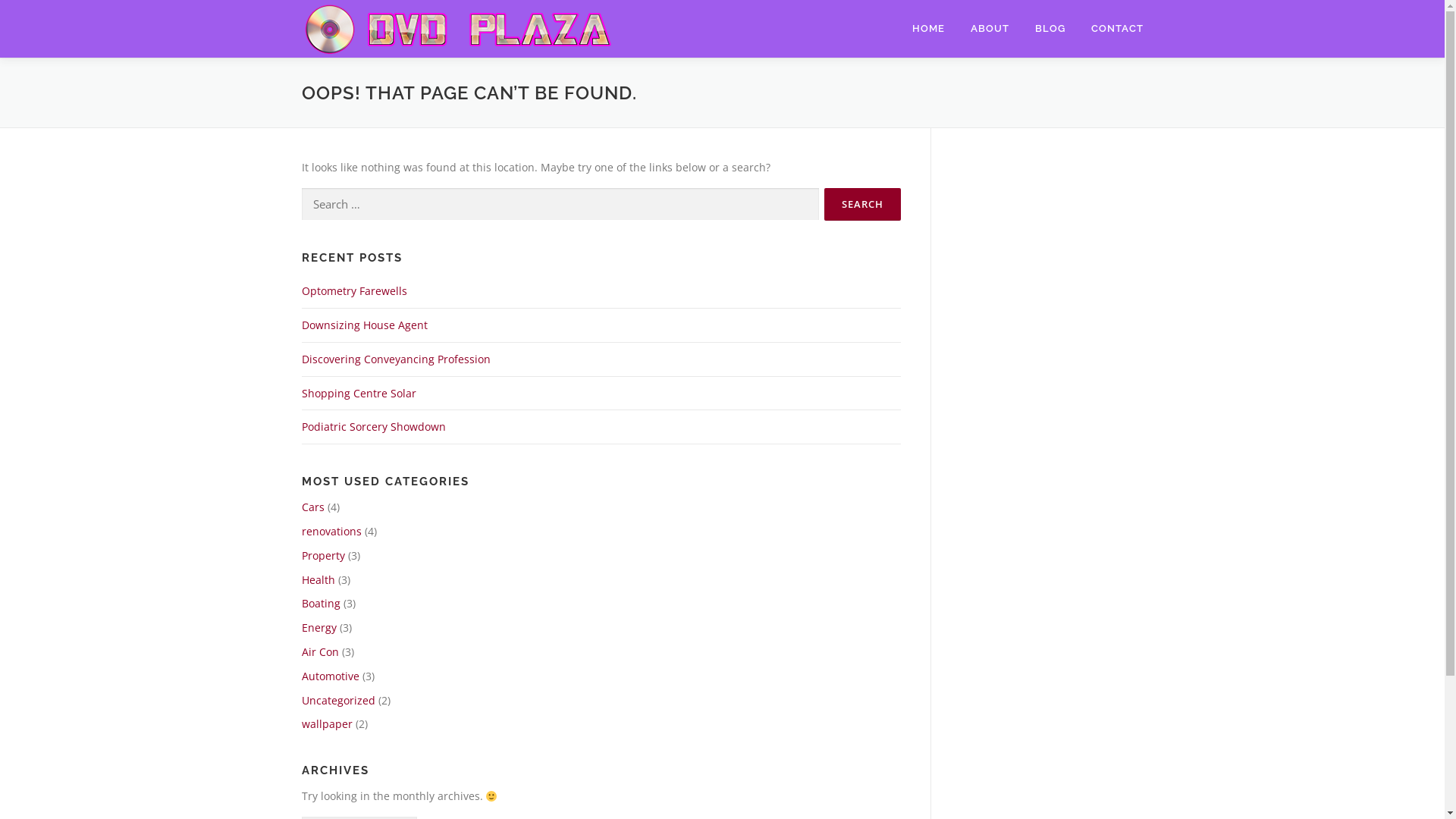  What do you see at coordinates (374, 426) in the screenshot?
I see `'Podiatric Sorcery Showdown'` at bounding box center [374, 426].